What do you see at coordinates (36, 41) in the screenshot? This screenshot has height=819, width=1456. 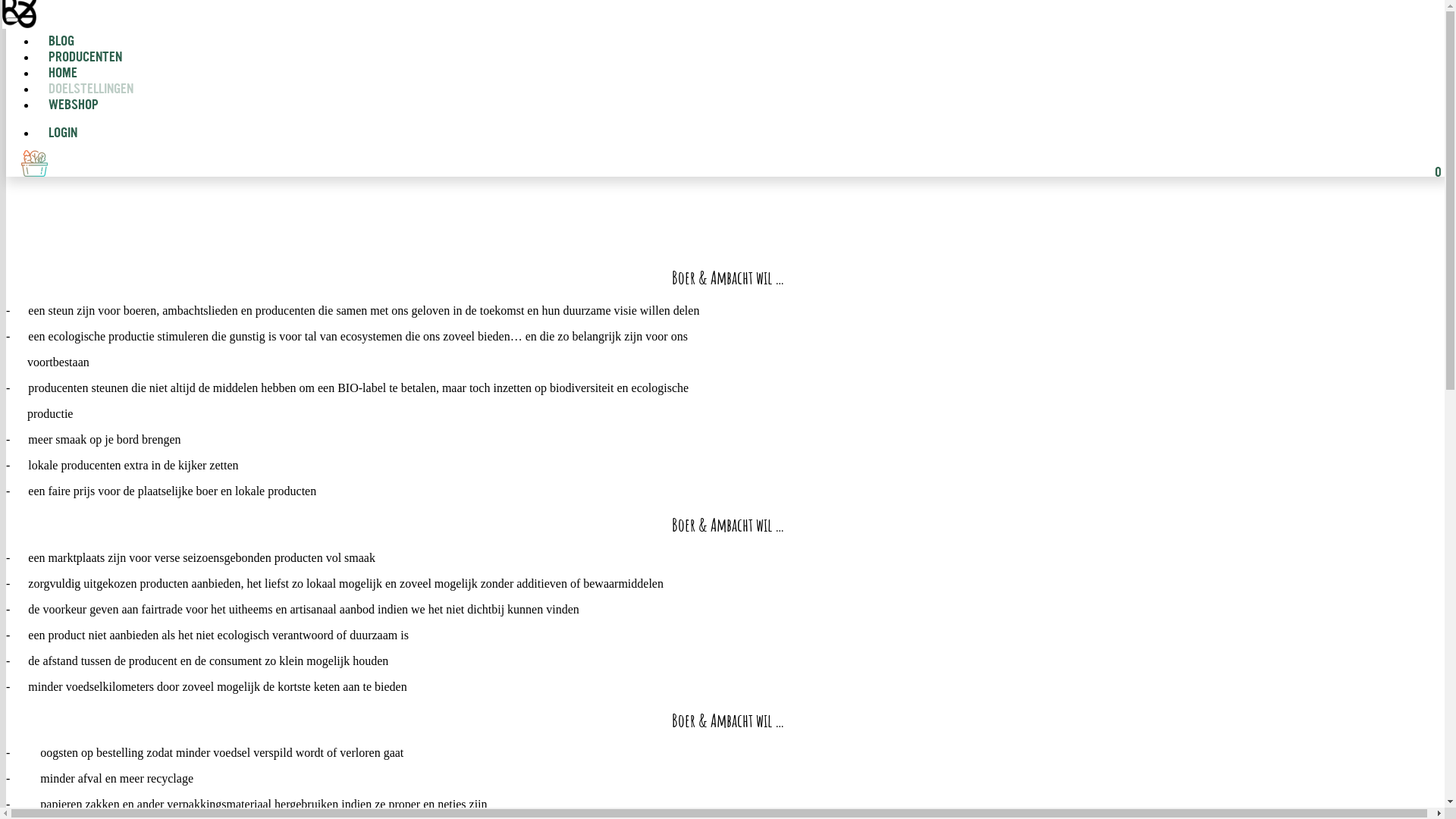 I see `'BLOG'` at bounding box center [36, 41].